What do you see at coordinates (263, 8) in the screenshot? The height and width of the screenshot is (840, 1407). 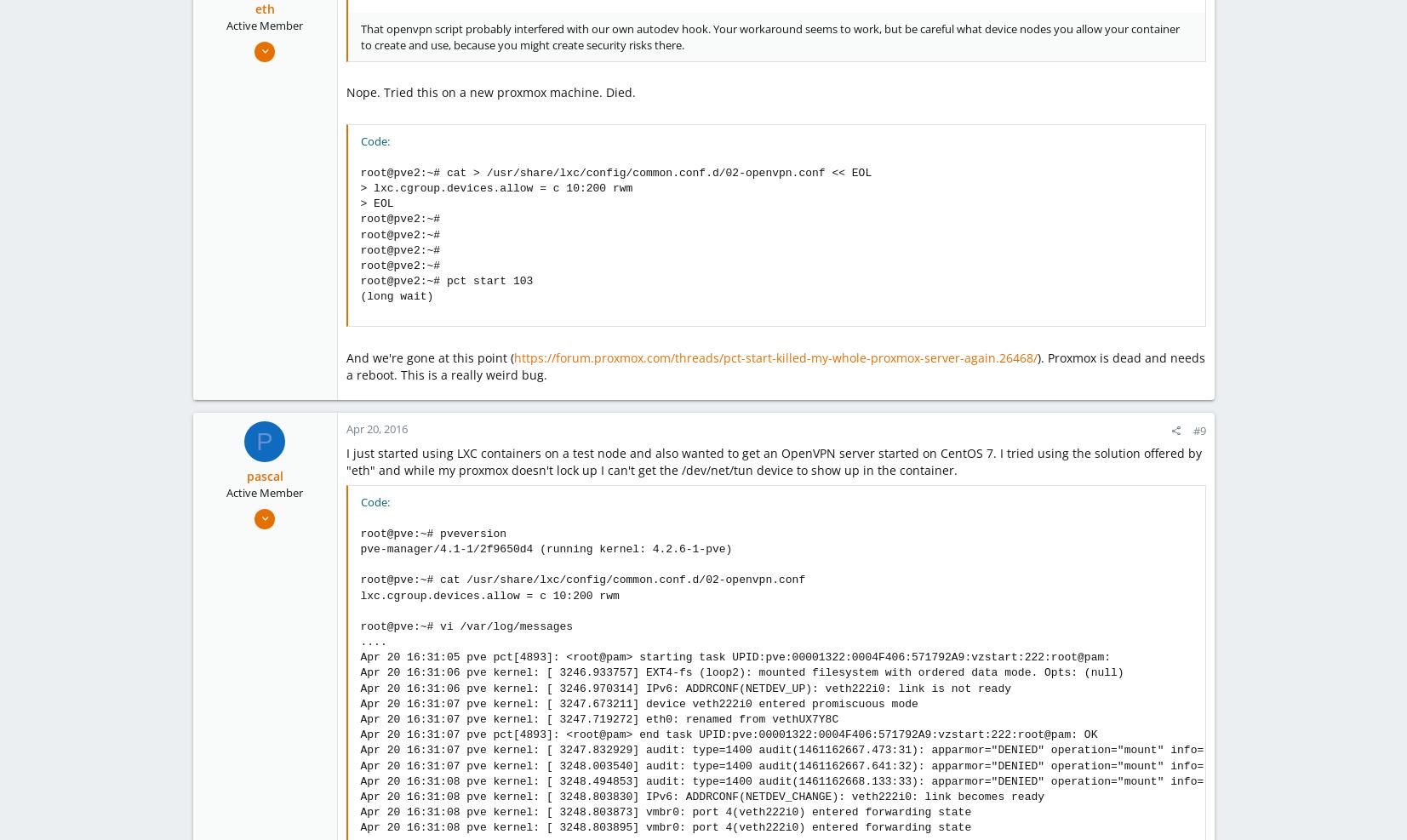 I see `'eth'` at bounding box center [263, 8].